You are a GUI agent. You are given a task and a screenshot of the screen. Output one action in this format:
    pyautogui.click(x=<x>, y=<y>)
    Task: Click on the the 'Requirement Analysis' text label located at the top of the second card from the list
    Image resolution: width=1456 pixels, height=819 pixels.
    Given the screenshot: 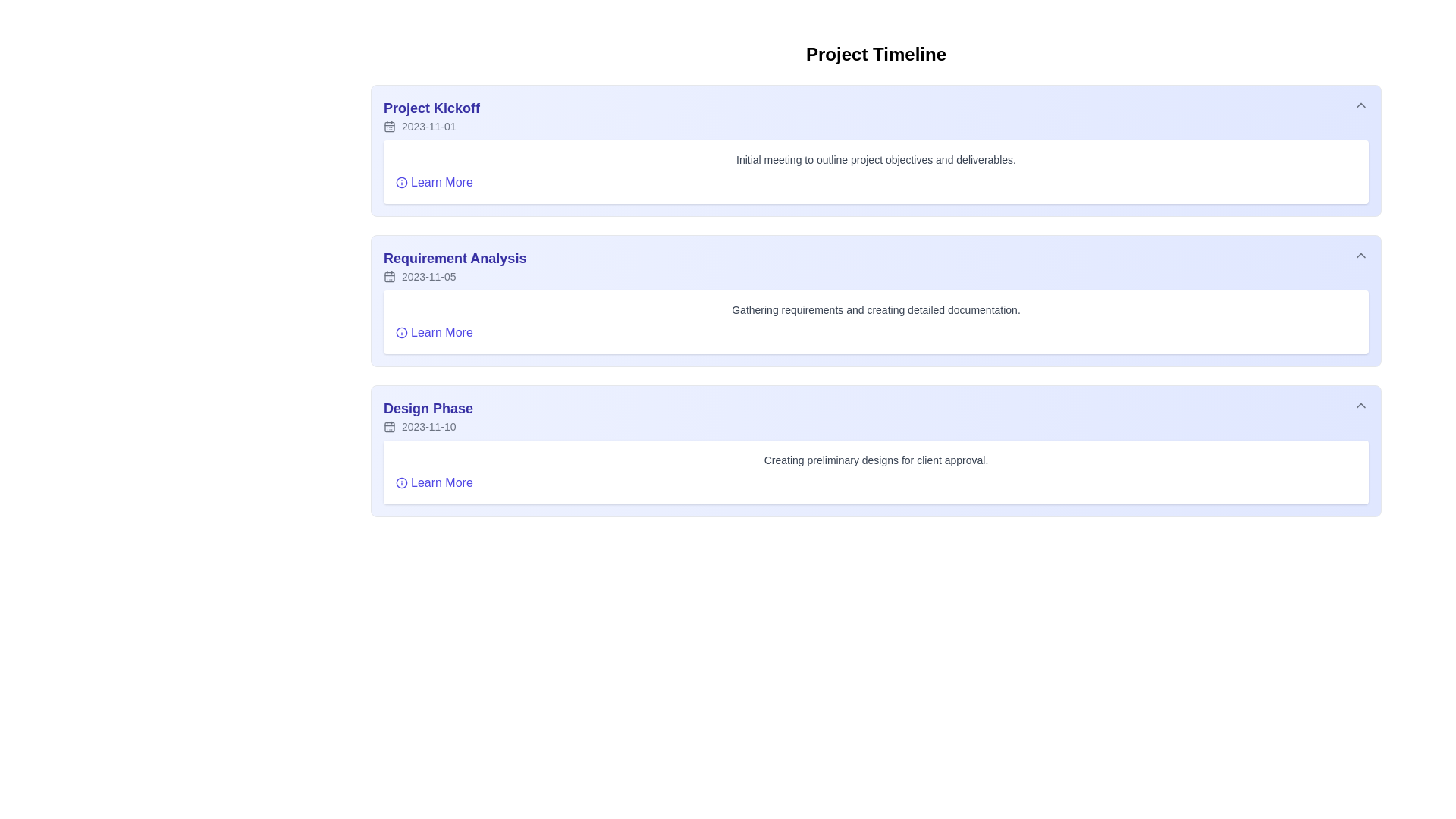 What is the action you would take?
    pyautogui.click(x=454, y=257)
    